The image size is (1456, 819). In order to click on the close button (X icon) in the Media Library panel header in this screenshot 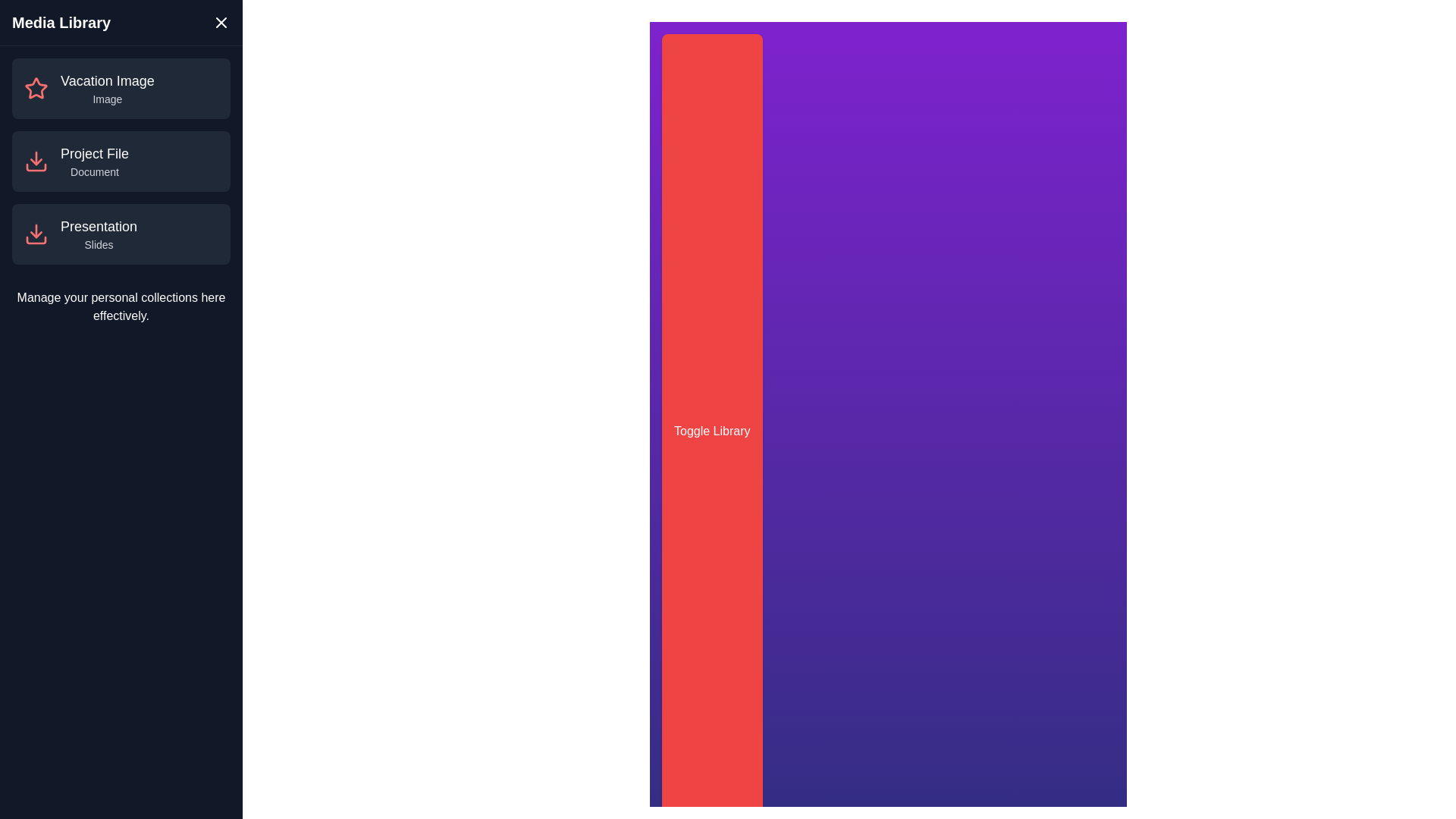, I will do `click(221, 23)`.